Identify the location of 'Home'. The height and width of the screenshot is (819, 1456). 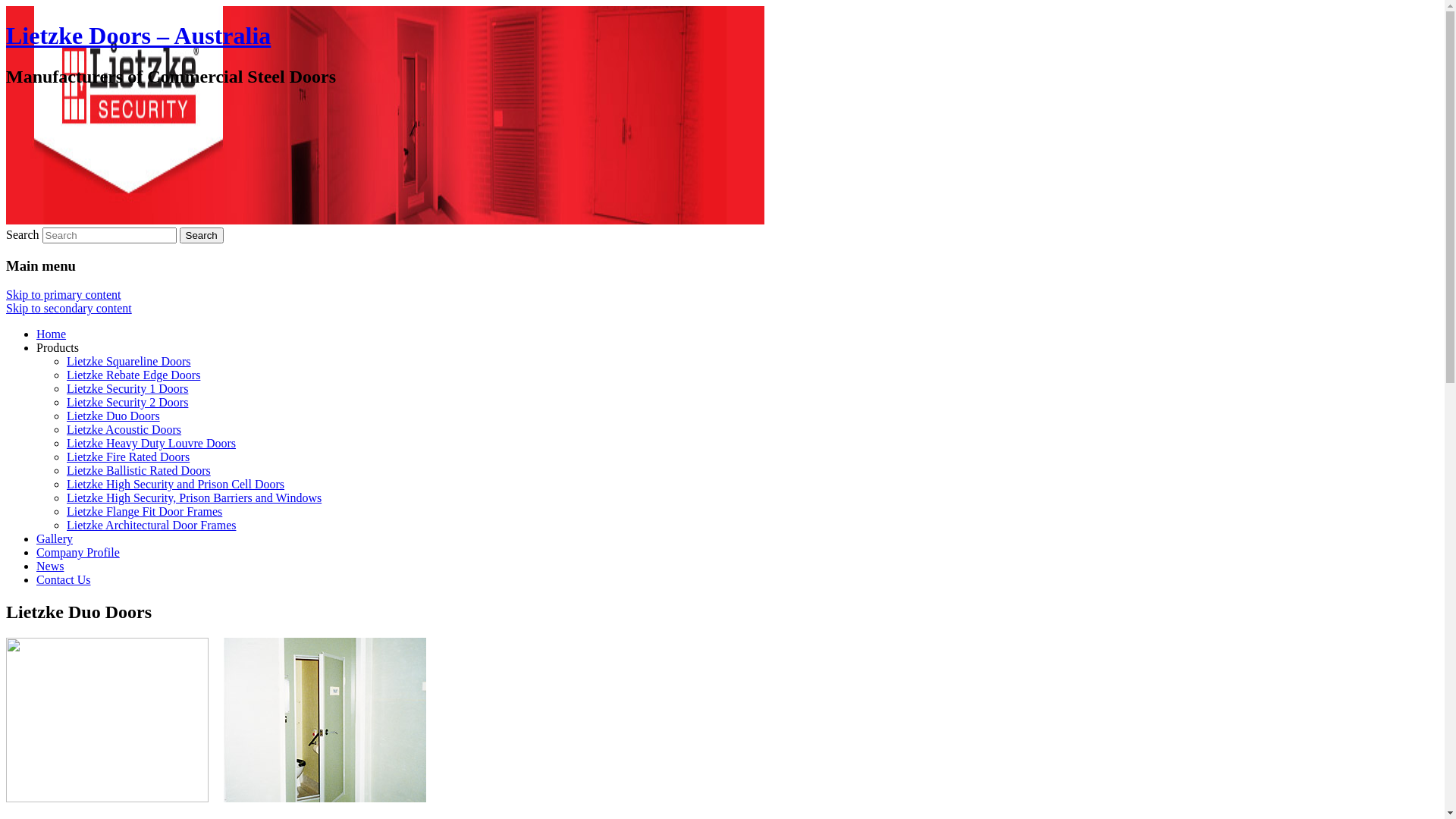
(51, 333).